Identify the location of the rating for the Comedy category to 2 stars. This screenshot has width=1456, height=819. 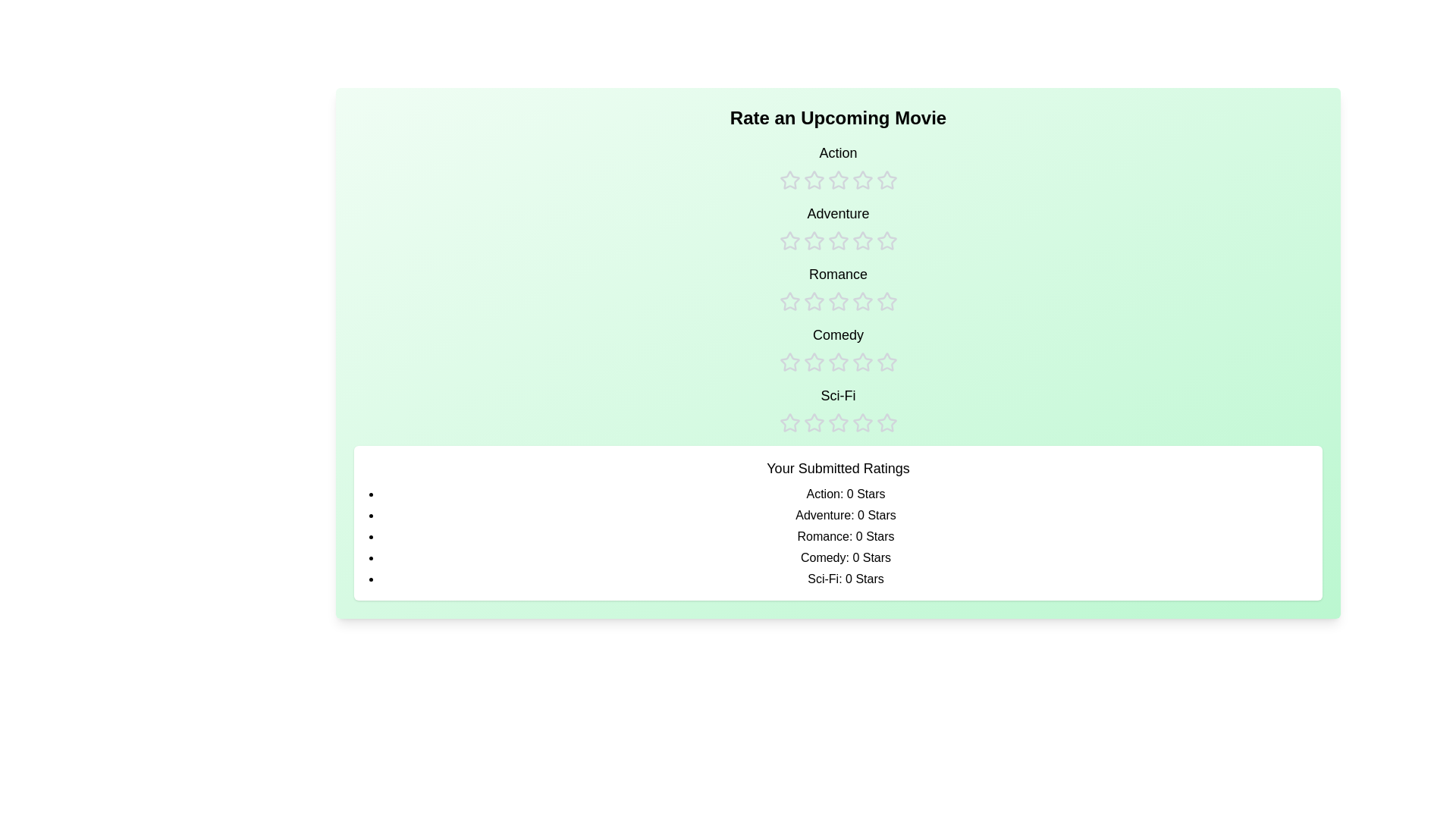
(813, 348).